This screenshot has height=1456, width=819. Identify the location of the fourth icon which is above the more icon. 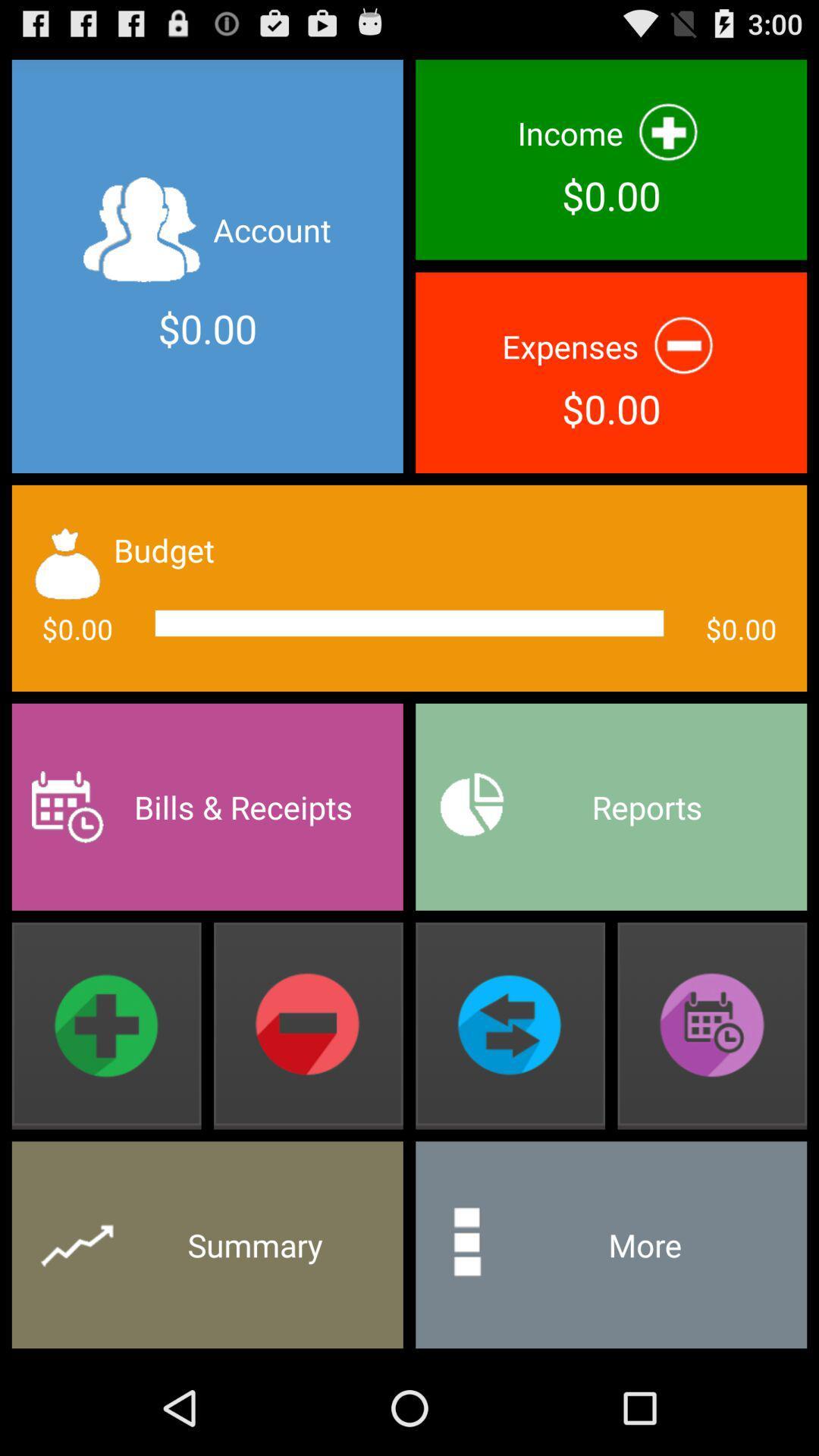
(712, 1026).